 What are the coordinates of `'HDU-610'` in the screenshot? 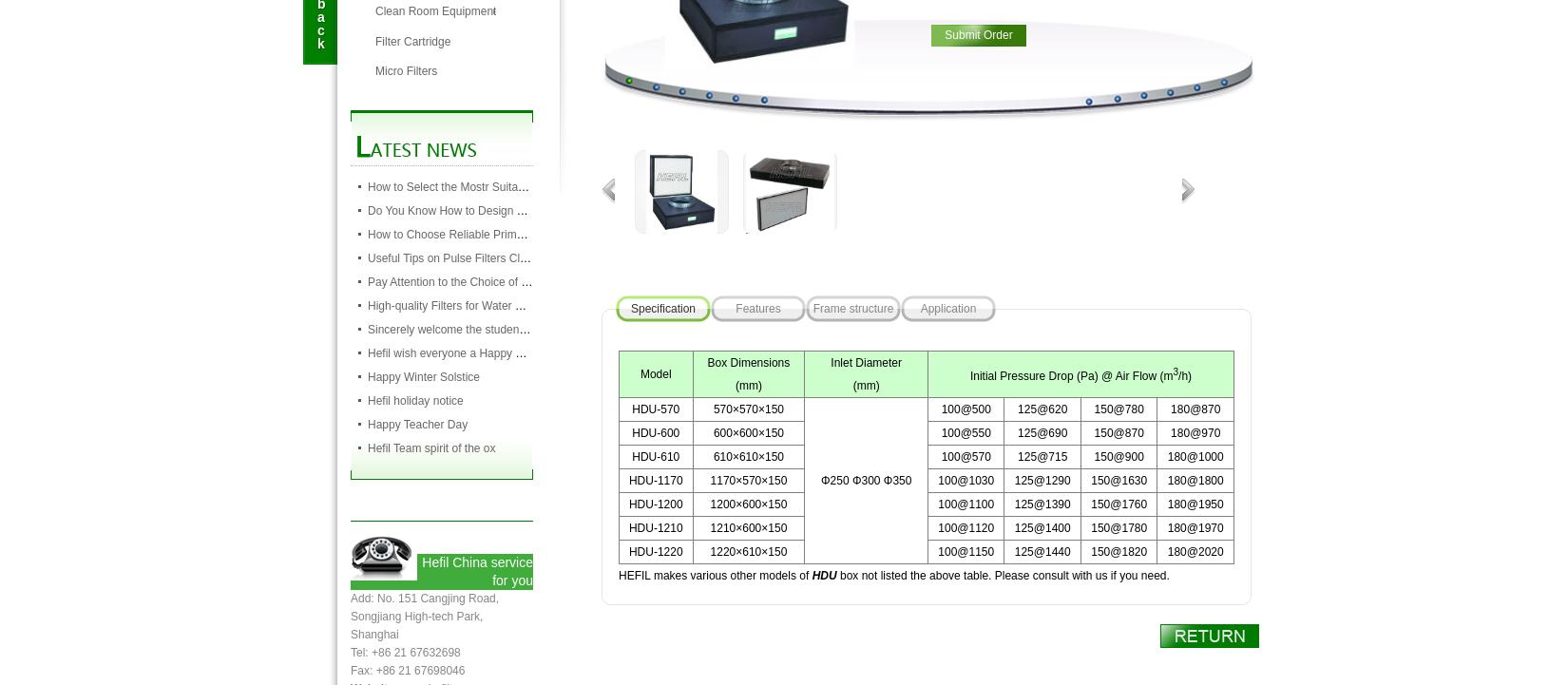 It's located at (655, 455).